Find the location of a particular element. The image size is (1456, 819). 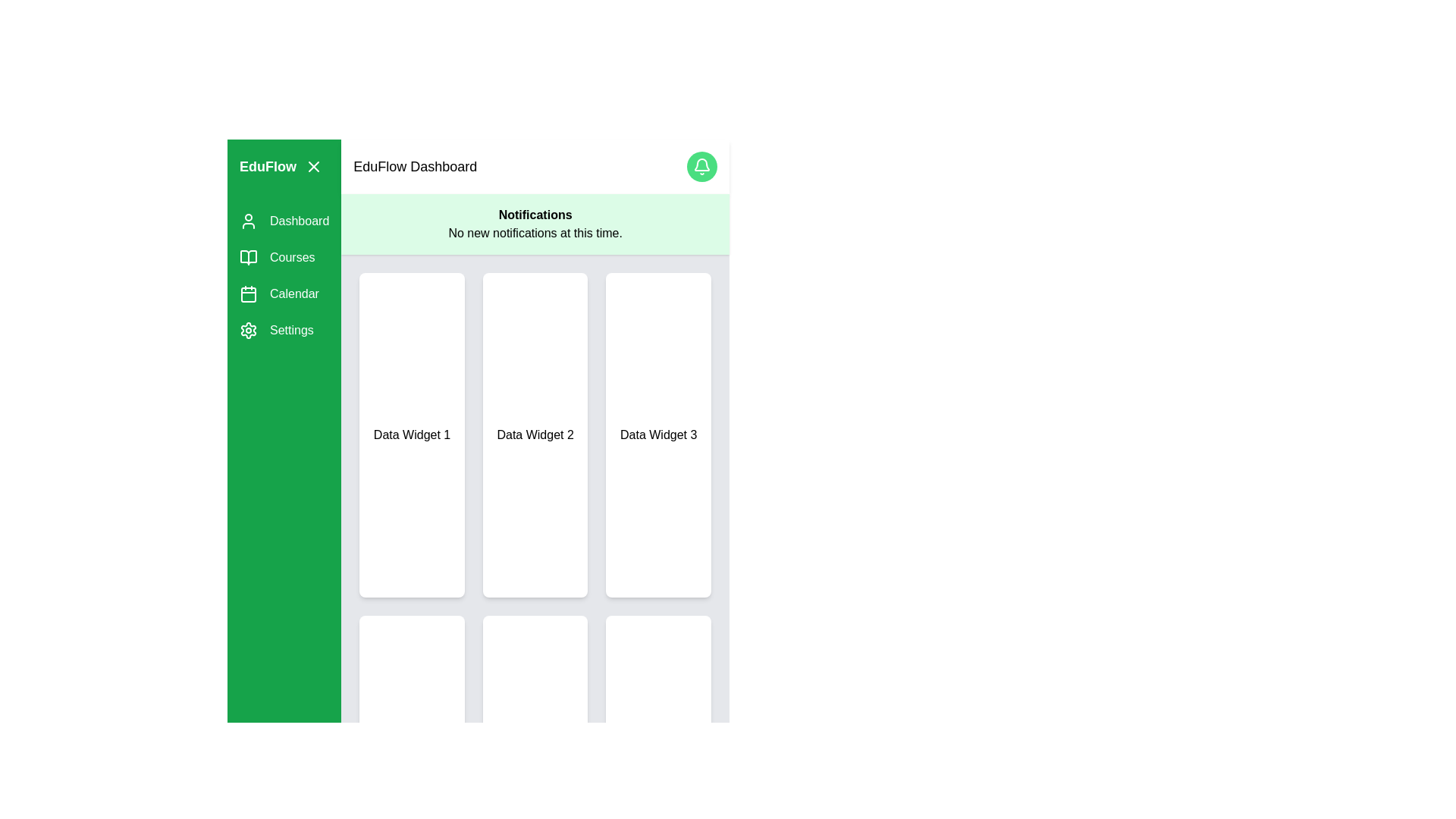

the static informational box with the heading 'Notifications' and the message 'No new notifications at this time.' is located at coordinates (535, 224).